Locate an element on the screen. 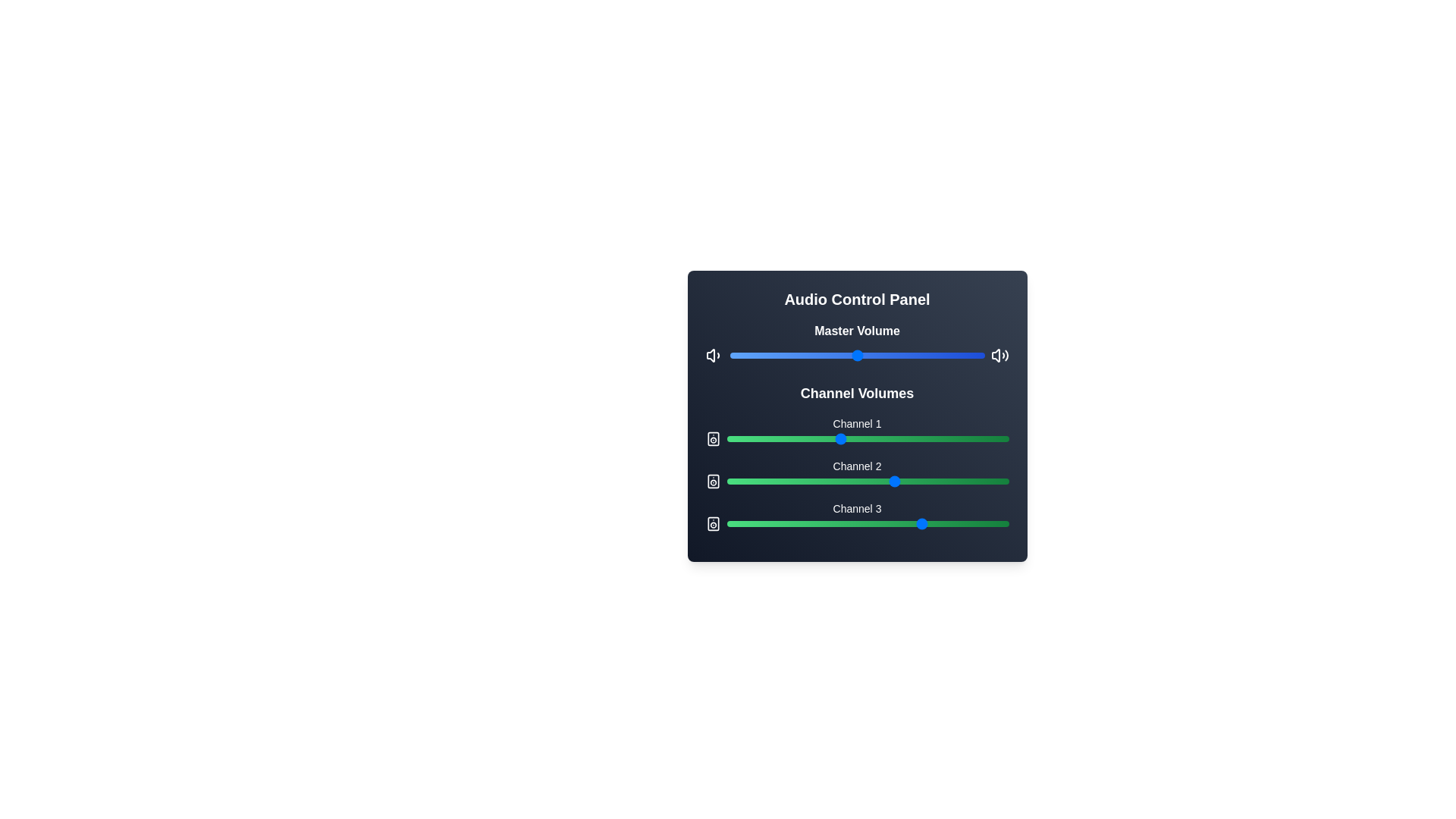  the vertically elongated rectangle with rounded corners, styled with a dark background color, which represents the main body of the speaker icon in the Audio Control Panel interface is located at coordinates (712, 438).